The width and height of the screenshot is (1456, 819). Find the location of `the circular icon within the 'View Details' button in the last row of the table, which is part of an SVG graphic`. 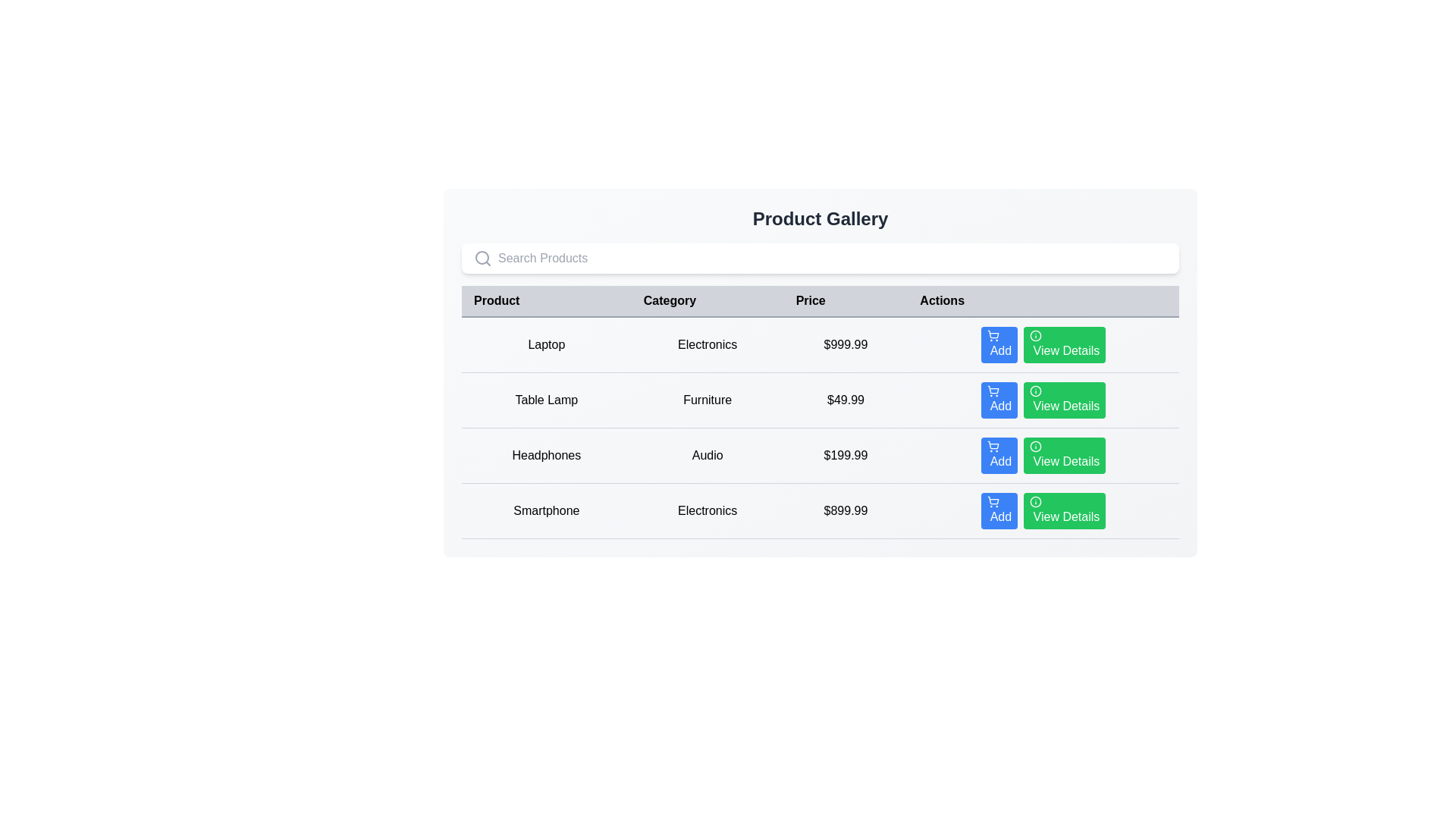

the circular icon within the 'View Details' button in the last row of the table, which is part of an SVG graphic is located at coordinates (1035, 502).